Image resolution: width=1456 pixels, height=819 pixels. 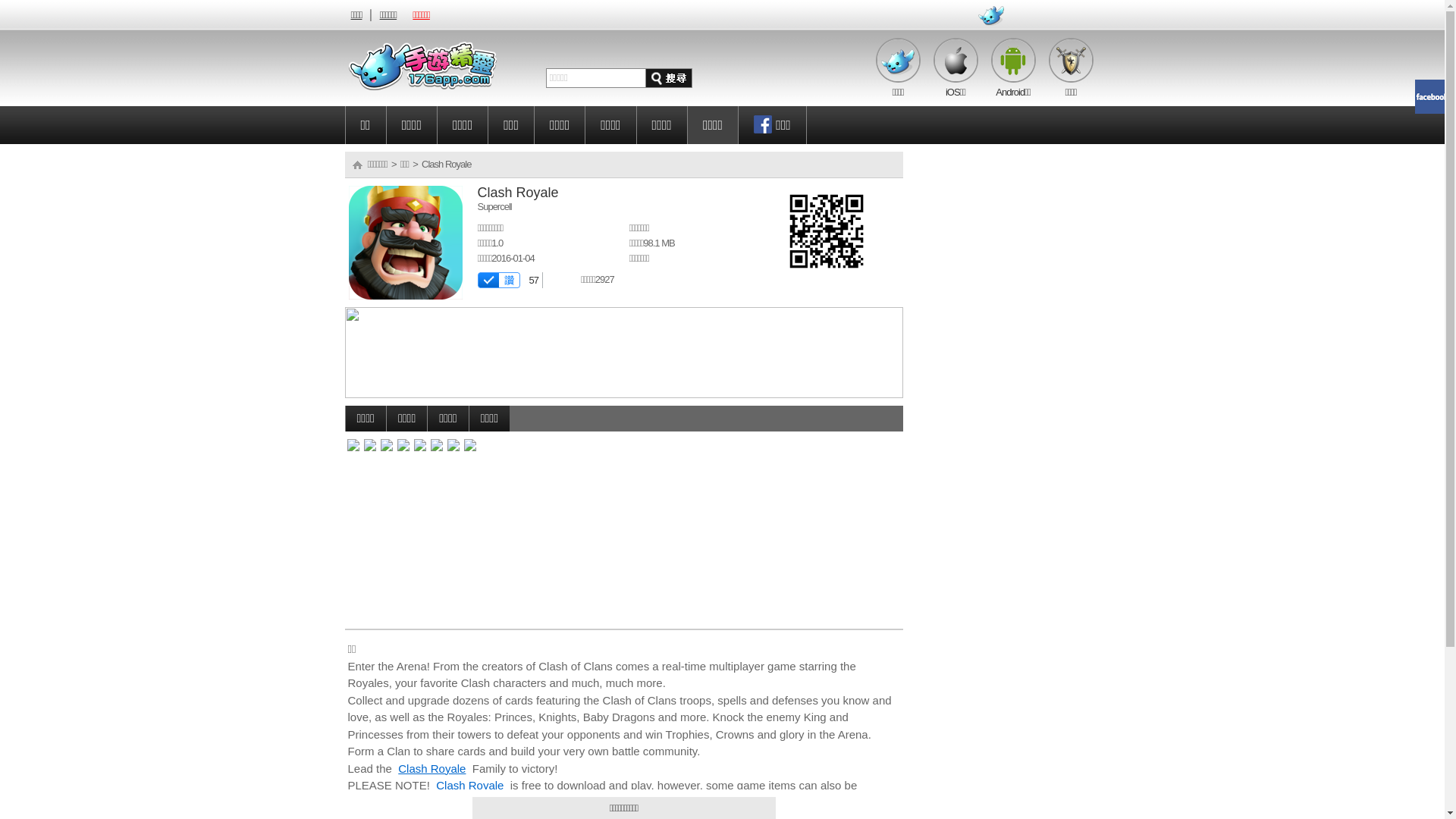 What do you see at coordinates (431, 767) in the screenshot?
I see `'Clash Royale'` at bounding box center [431, 767].